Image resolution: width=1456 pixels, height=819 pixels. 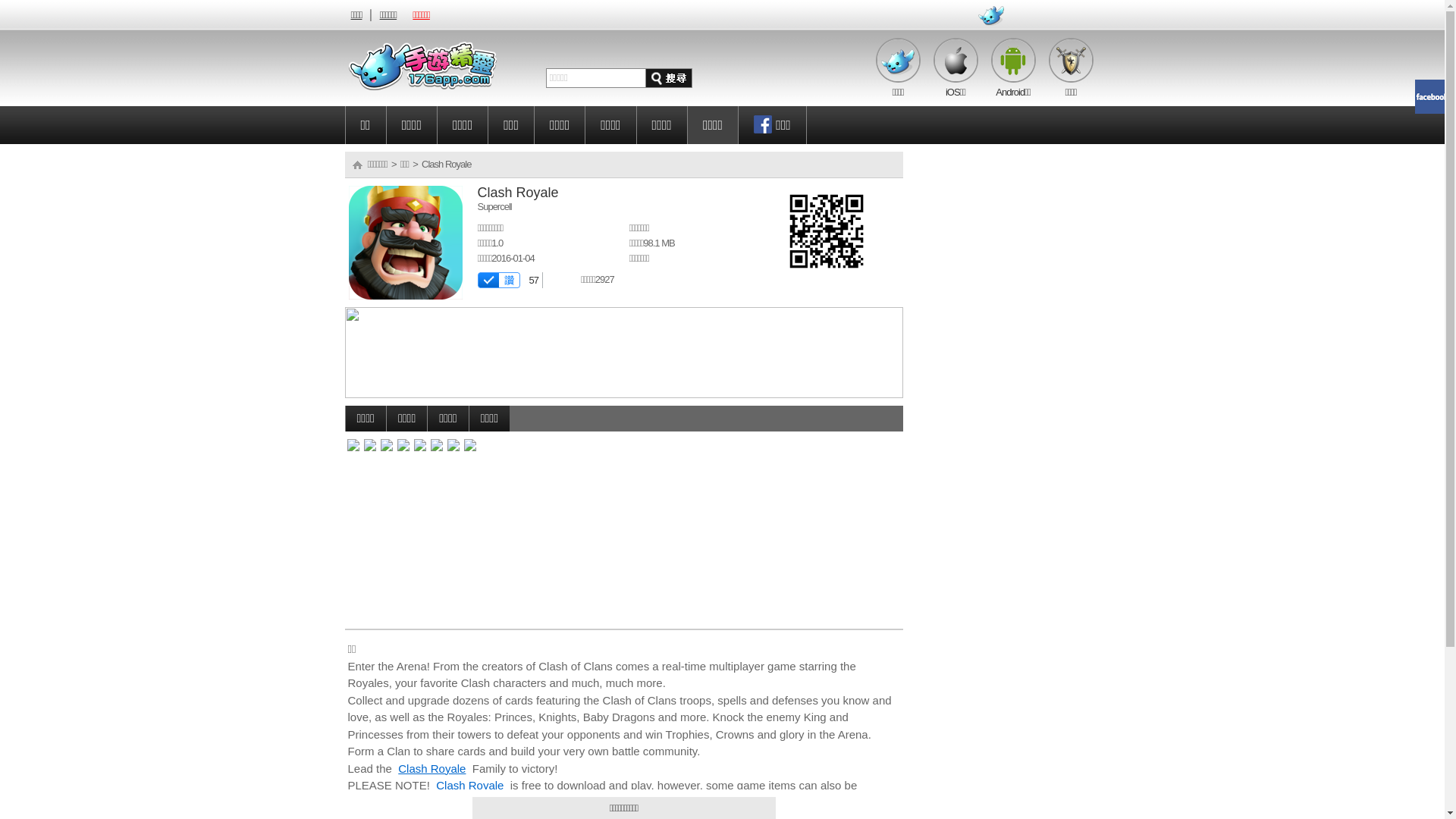 What do you see at coordinates (431, 767) in the screenshot?
I see `'Clash Royale'` at bounding box center [431, 767].